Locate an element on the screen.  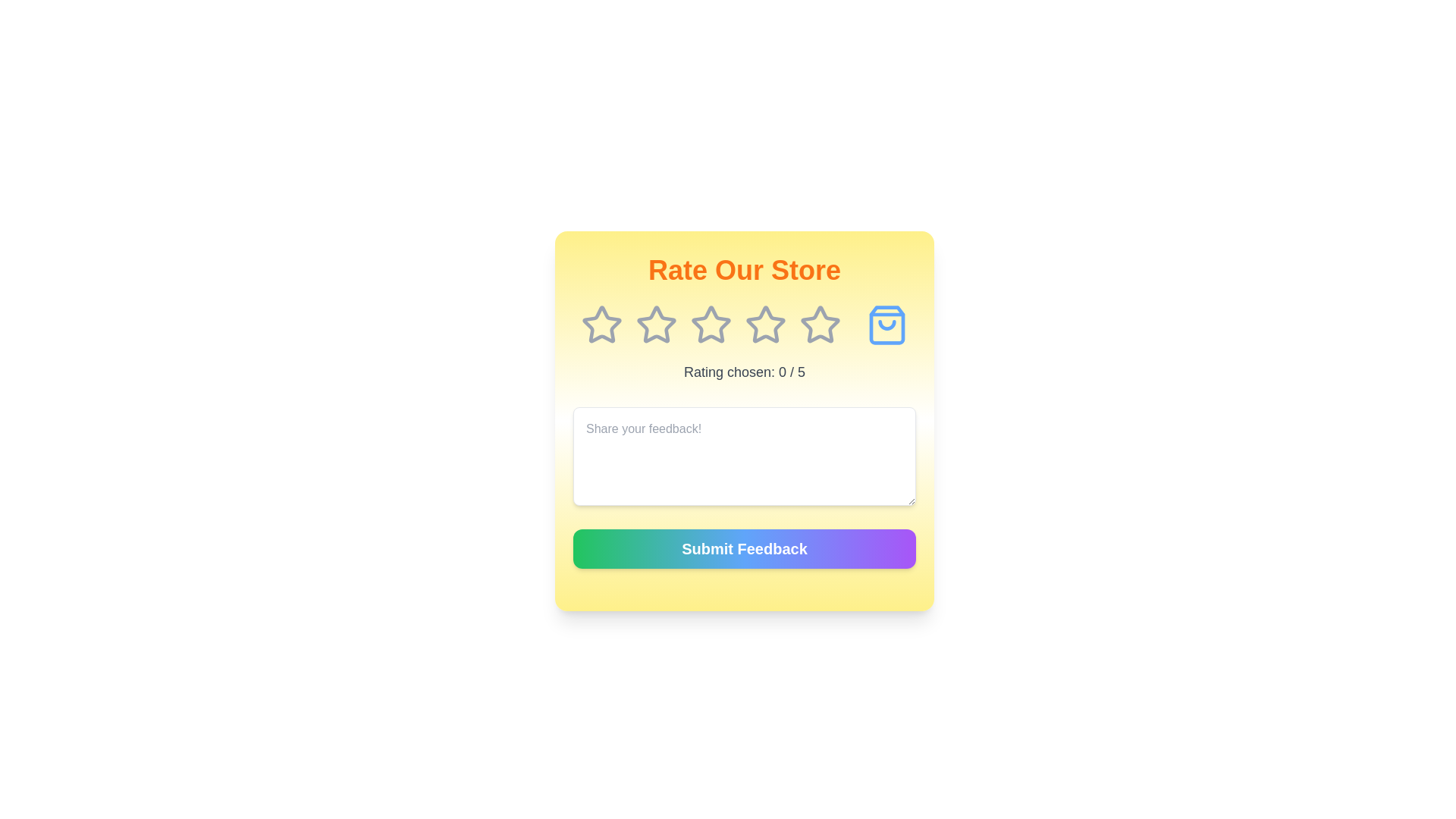
'Submit Feedback' button to submit the rating and feedback is located at coordinates (745, 549).